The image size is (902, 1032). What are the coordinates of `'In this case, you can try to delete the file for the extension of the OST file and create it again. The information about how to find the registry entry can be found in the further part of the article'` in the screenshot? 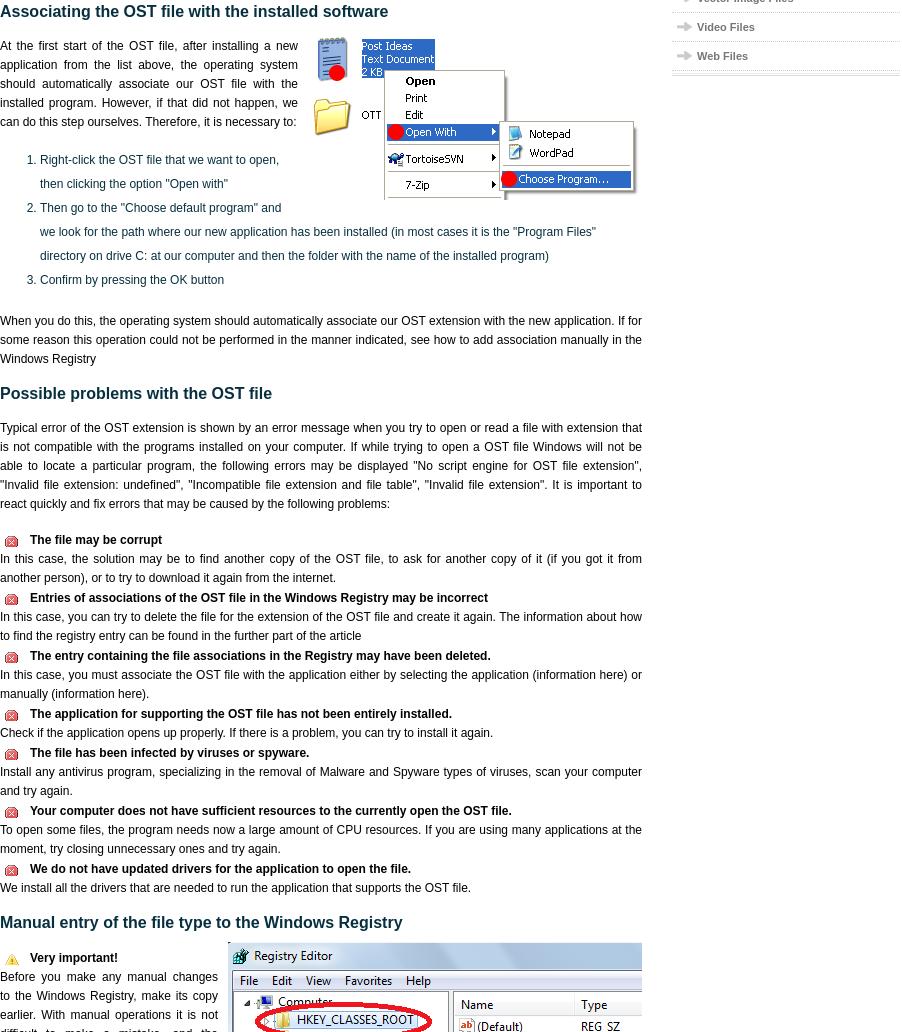 It's located at (320, 626).